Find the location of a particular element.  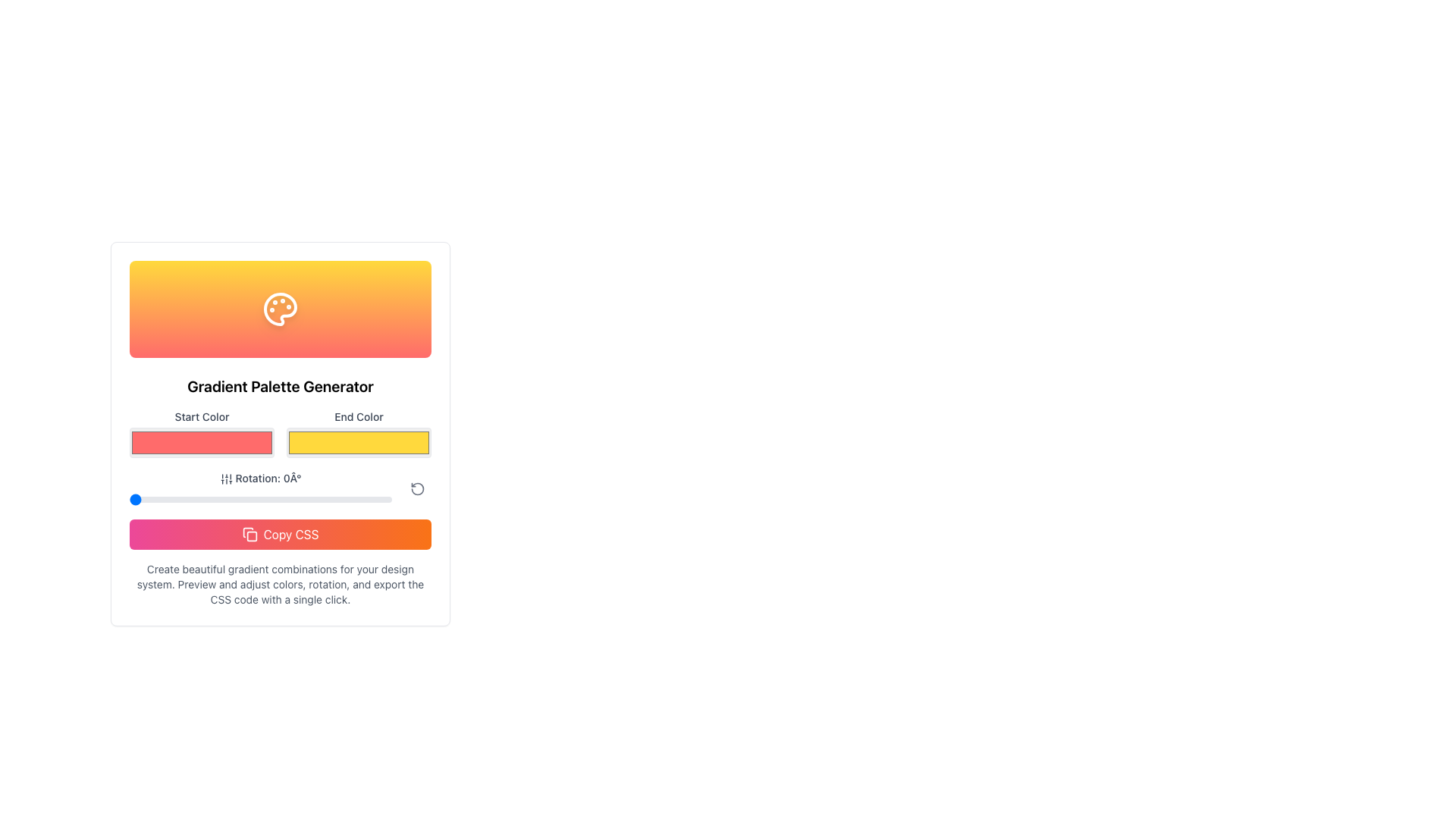

rotation is located at coordinates (264, 500).